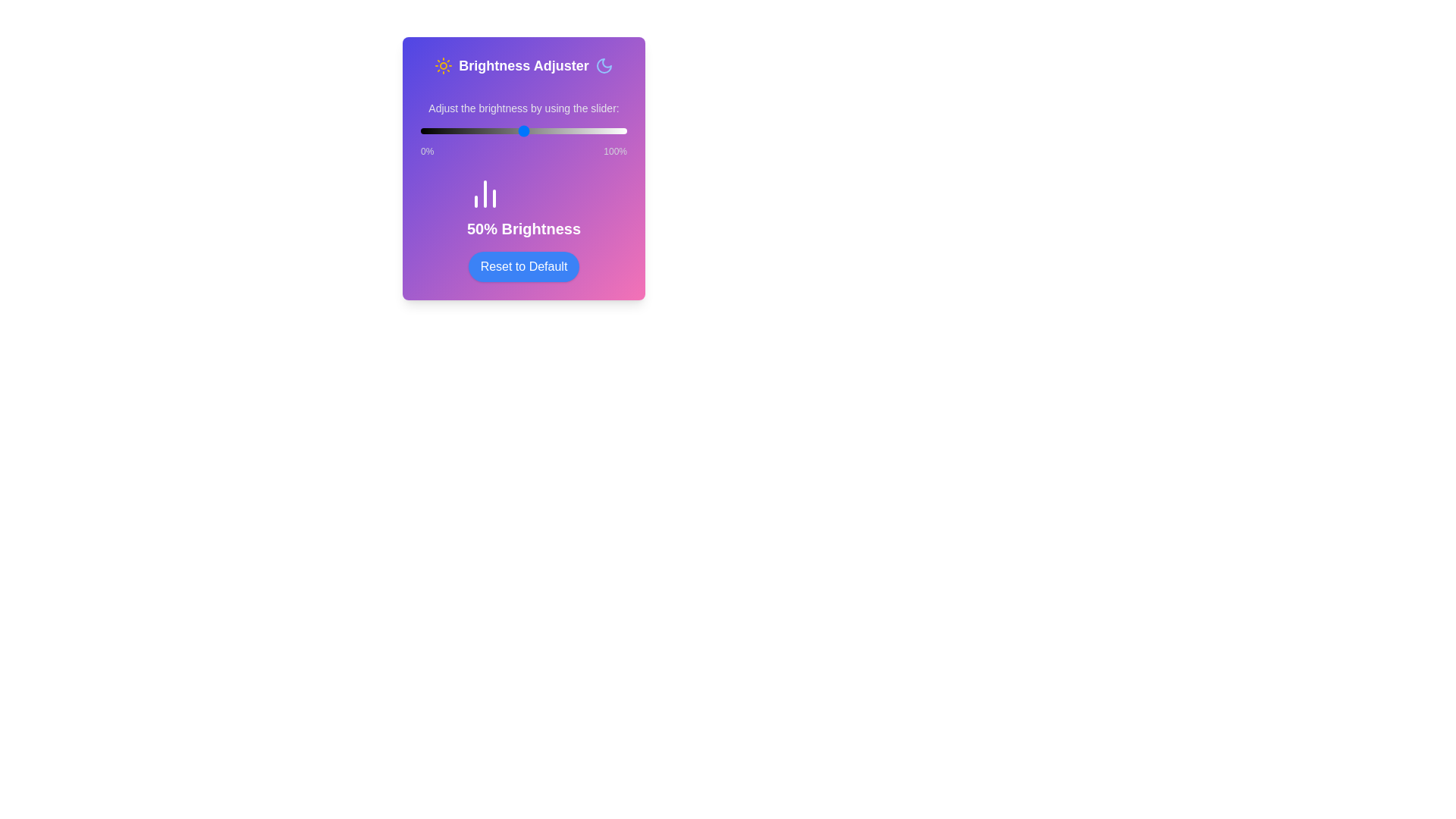  Describe the element at coordinates (585, 130) in the screenshot. I see `the brightness to 80% by moving the slider` at that location.